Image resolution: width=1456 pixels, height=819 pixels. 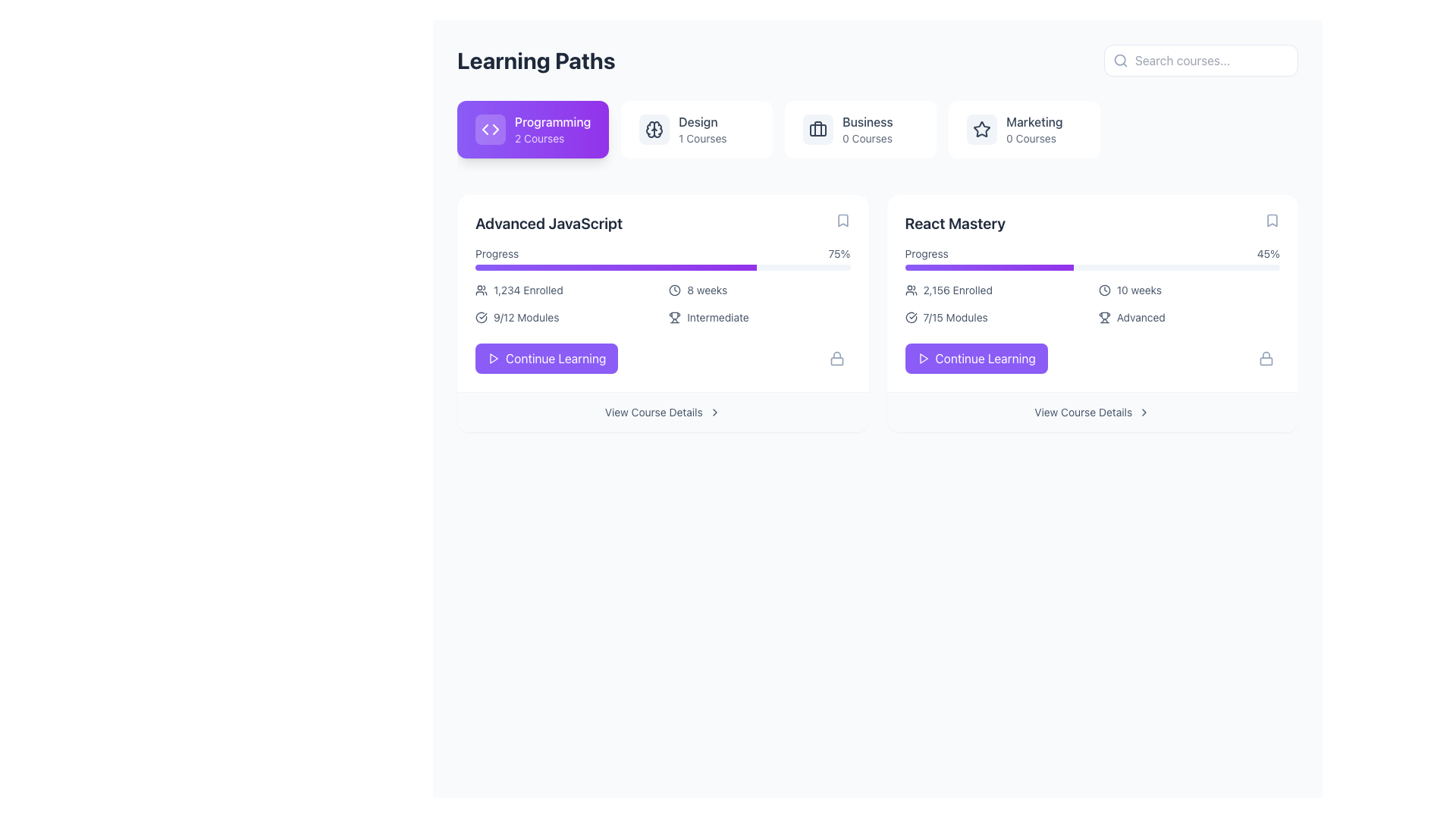 I want to click on the text label displaying '45%' in the progress section of the React Mastery card, which is aligned with the progress bar and located in the right-hand column of the learning paths overview, so click(x=1268, y=253).